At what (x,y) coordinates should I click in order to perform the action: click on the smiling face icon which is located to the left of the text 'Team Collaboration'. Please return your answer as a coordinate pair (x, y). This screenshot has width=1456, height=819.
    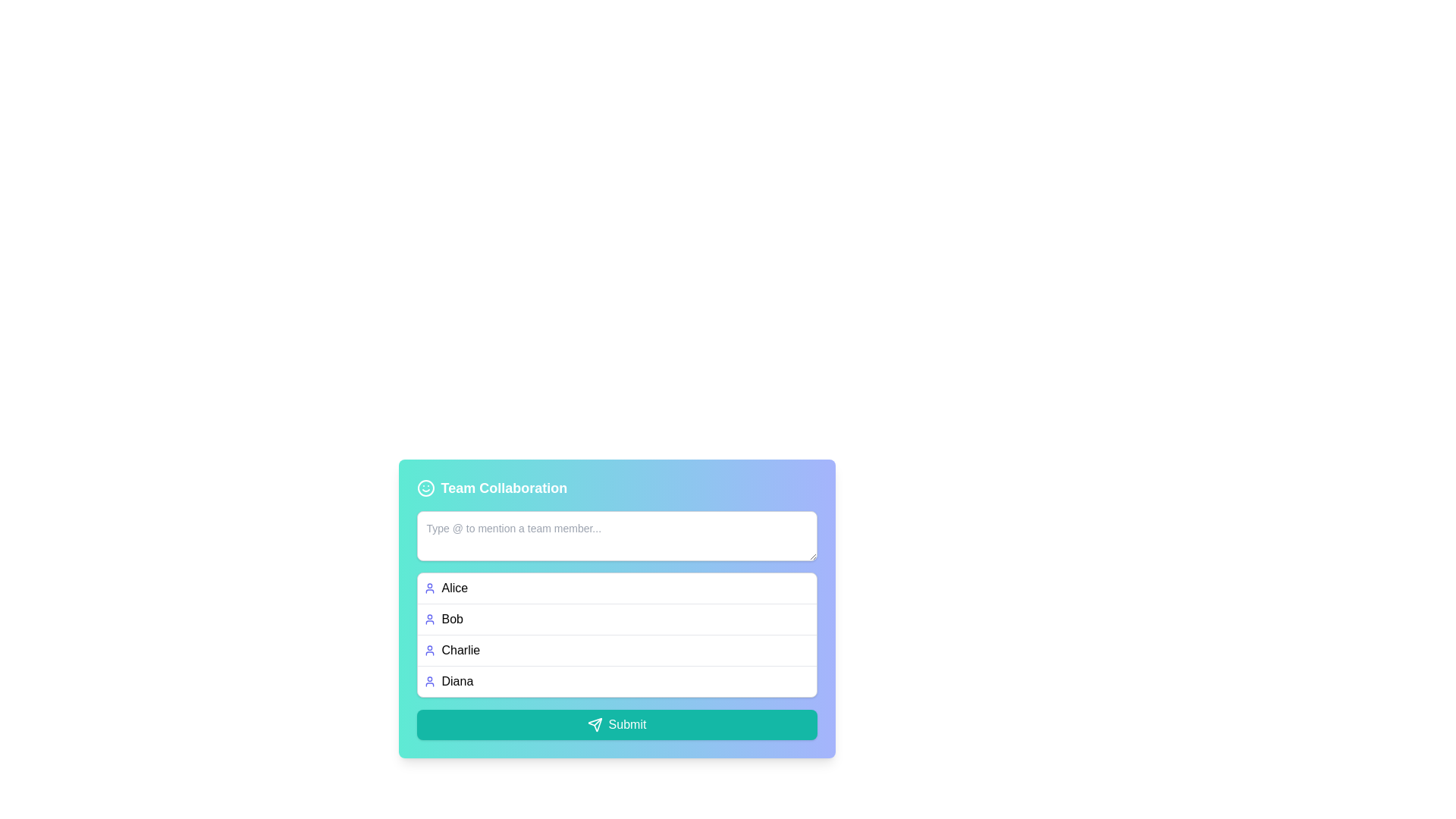
    Looking at the image, I should click on (425, 488).